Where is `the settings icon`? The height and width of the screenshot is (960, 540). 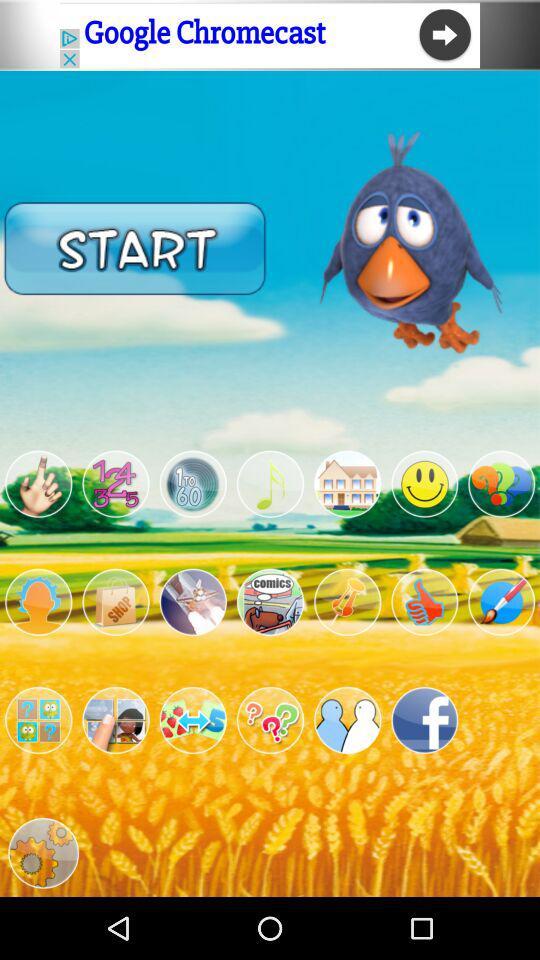 the settings icon is located at coordinates (43, 913).